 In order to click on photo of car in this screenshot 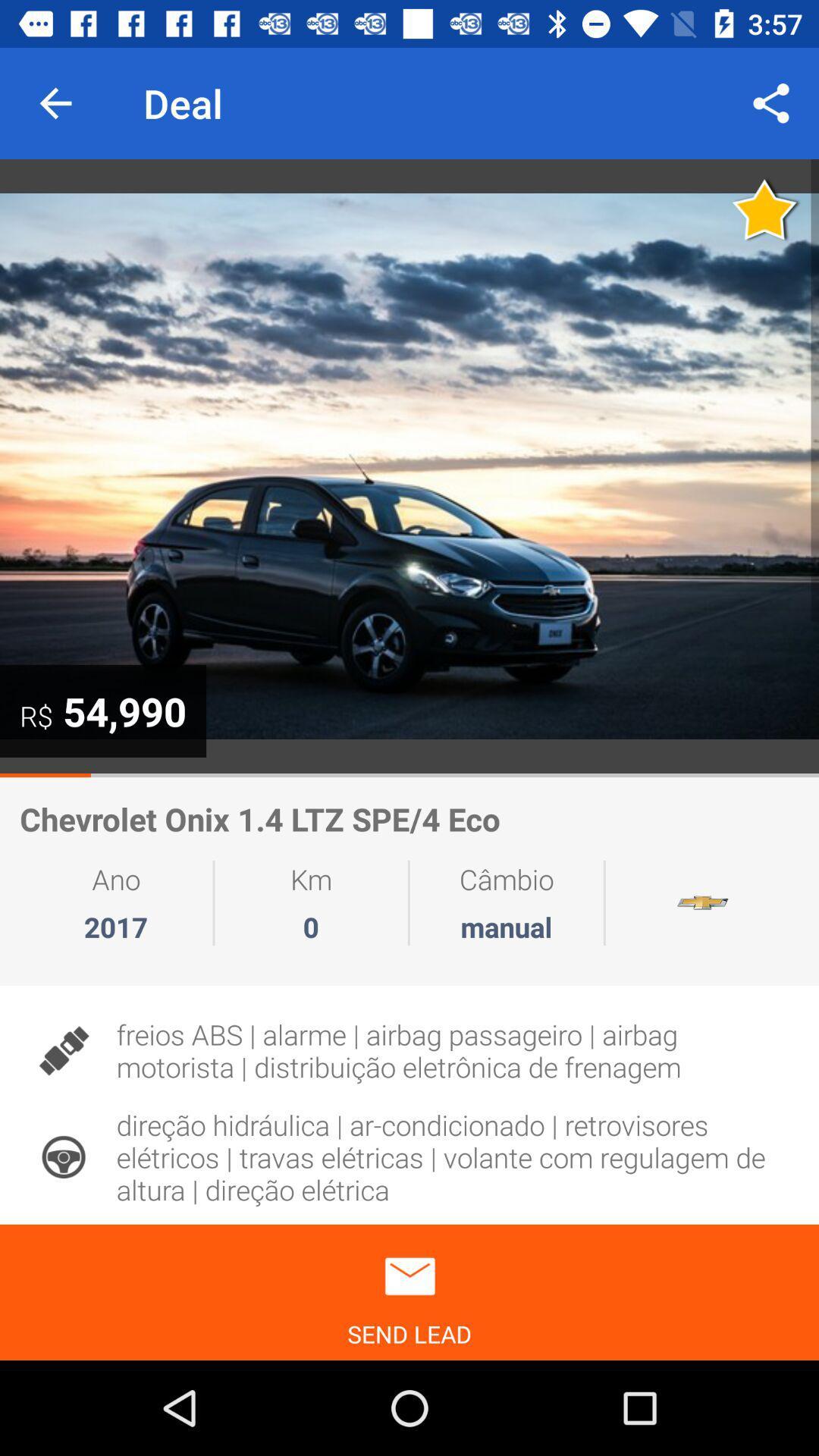, I will do `click(409, 465)`.